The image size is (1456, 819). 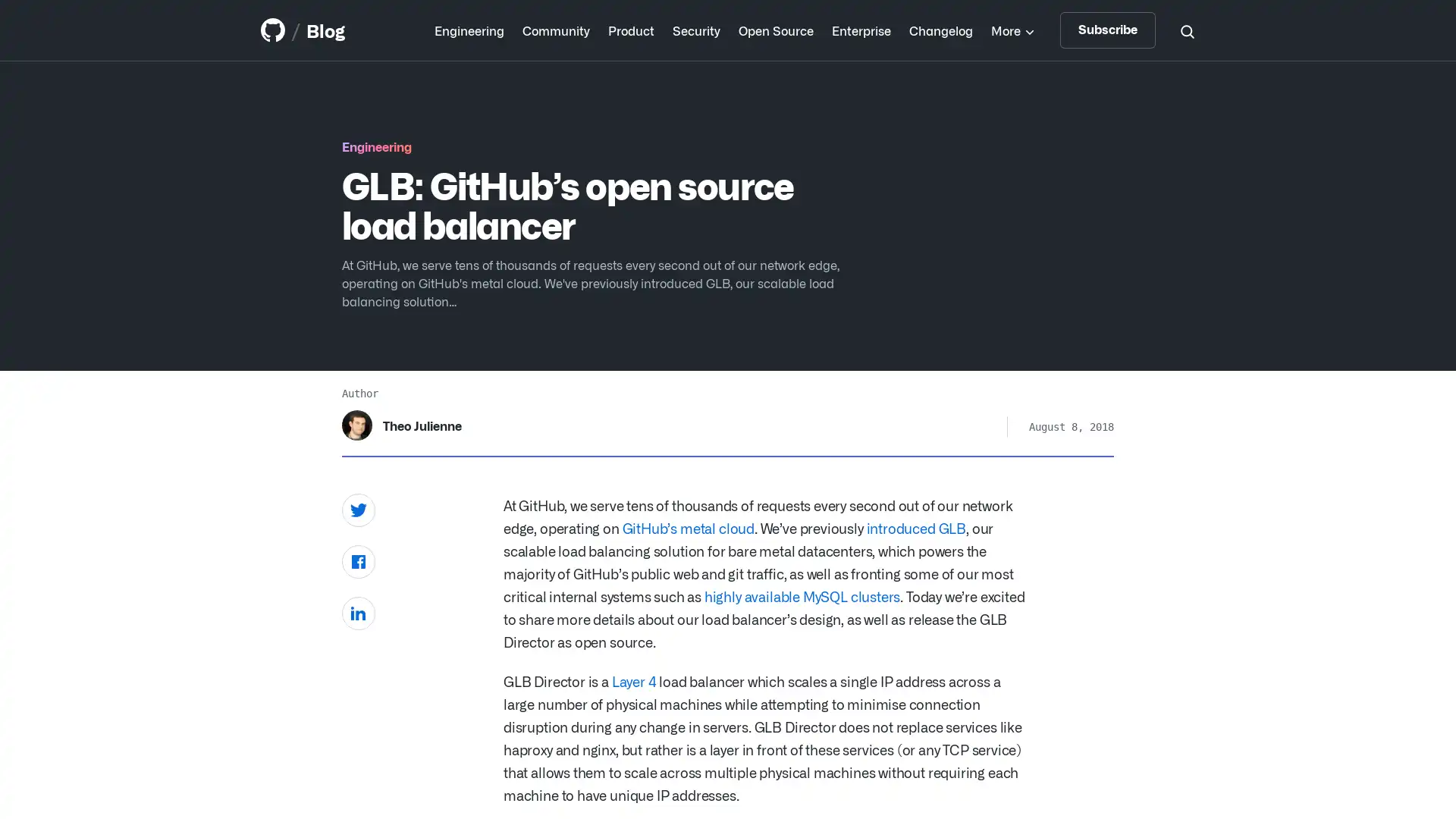 What do you see at coordinates (1186, 29) in the screenshot?
I see `Search toggle` at bounding box center [1186, 29].